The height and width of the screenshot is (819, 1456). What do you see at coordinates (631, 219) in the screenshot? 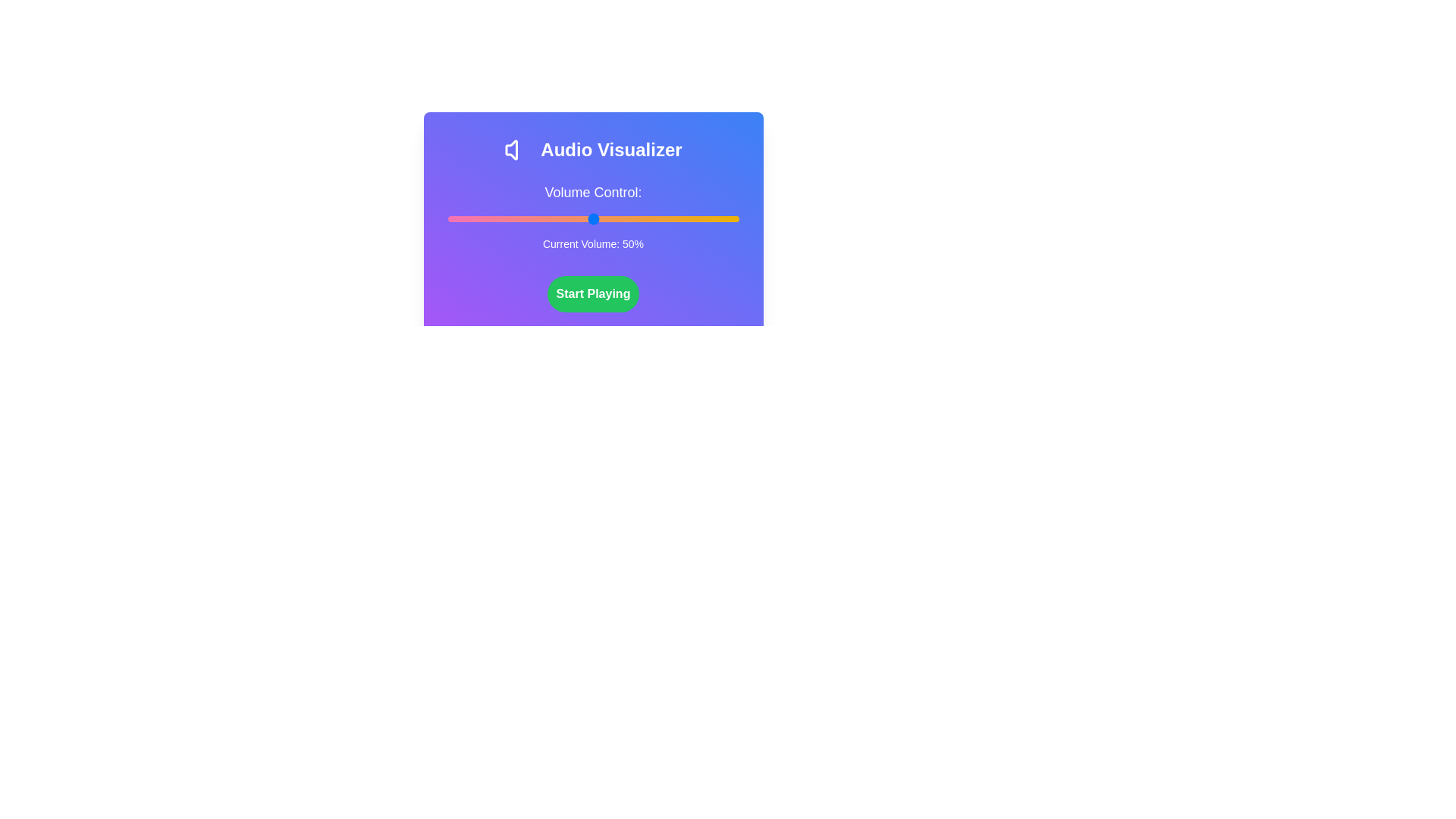
I see `the volume level` at bounding box center [631, 219].